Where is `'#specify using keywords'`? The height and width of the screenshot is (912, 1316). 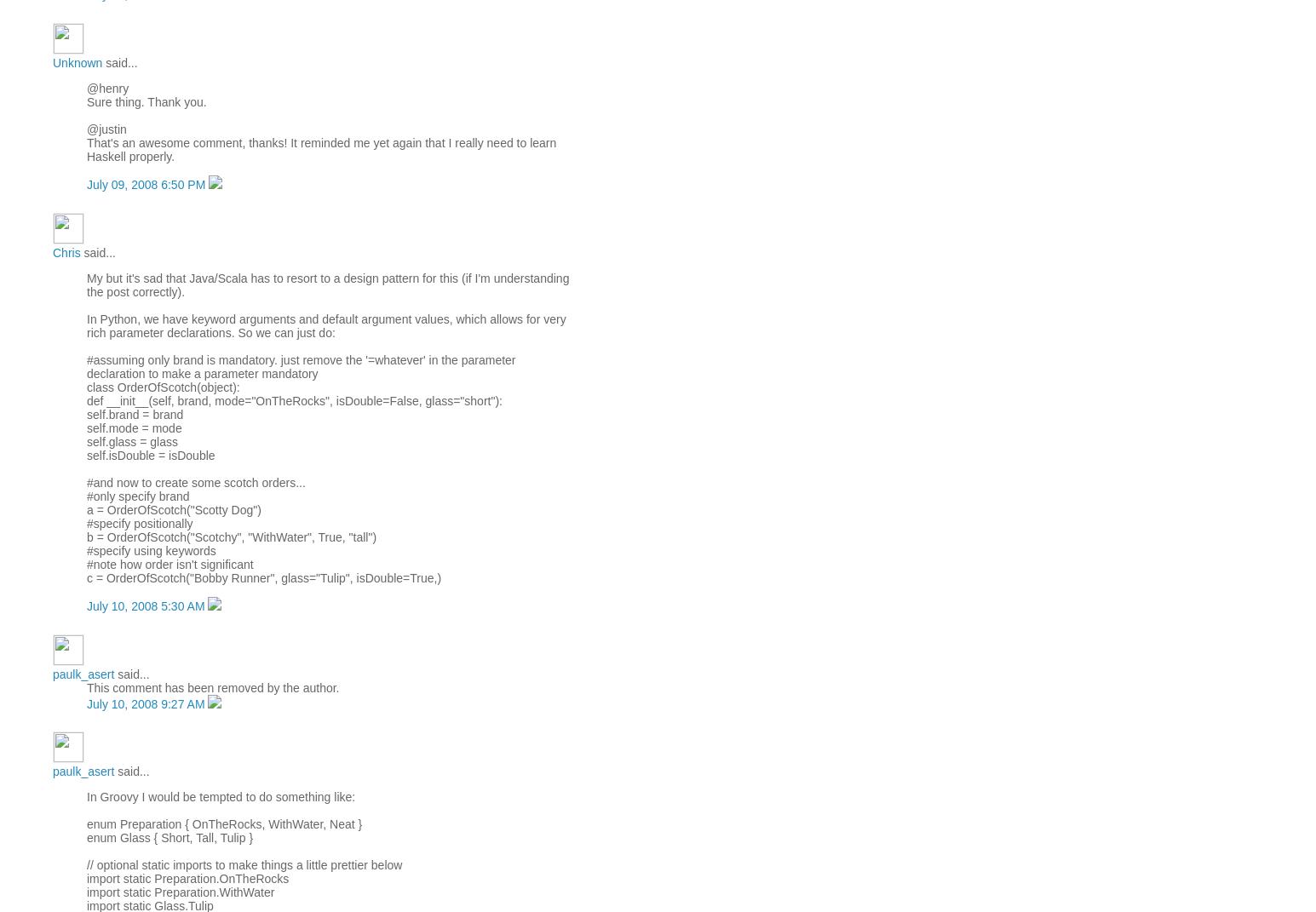 '#specify using keywords' is located at coordinates (151, 549).